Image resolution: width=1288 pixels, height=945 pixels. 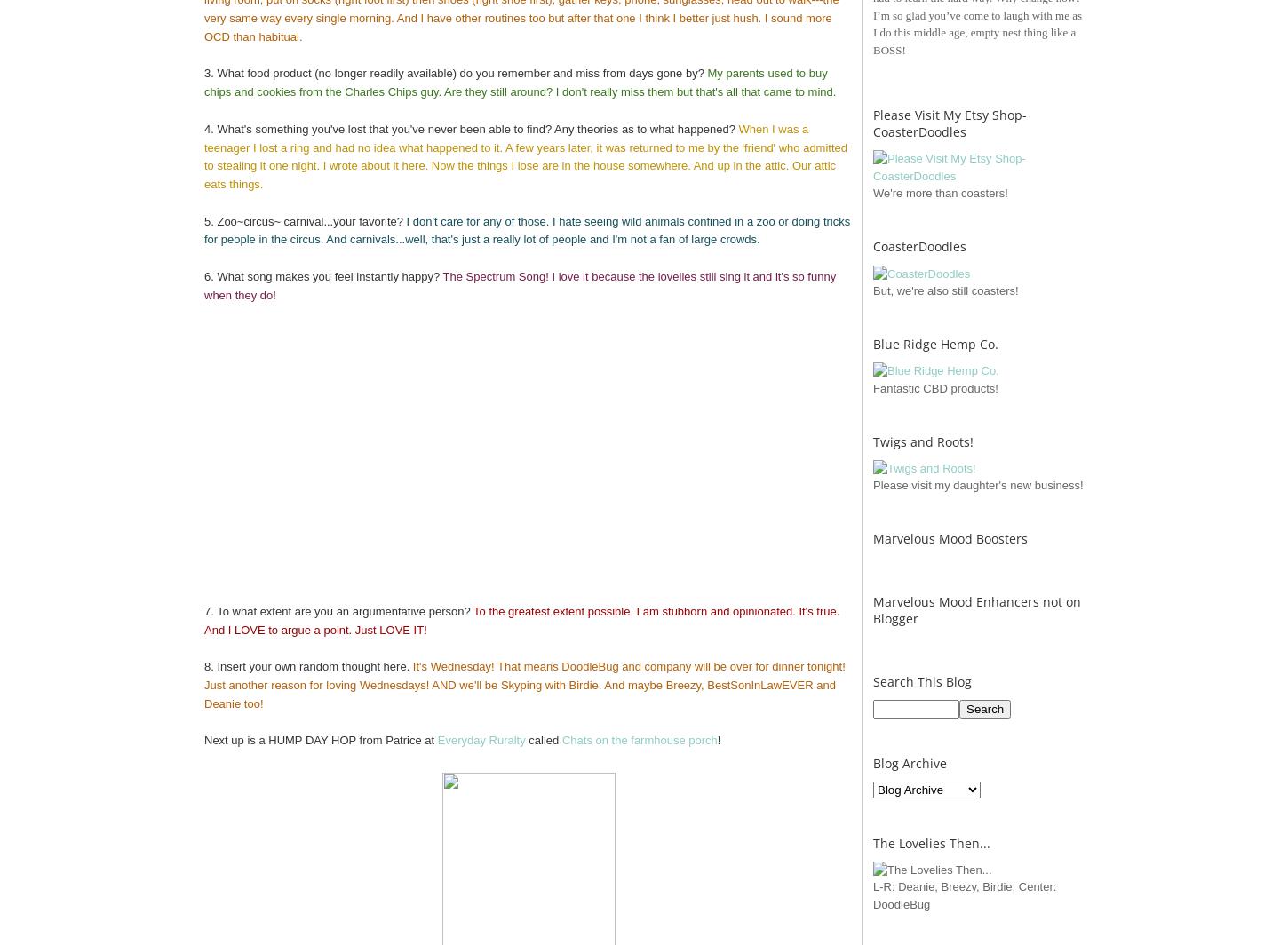 What do you see at coordinates (872, 441) in the screenshot?
I see `'Twigs and Roots!'` at bounding box center [872, 441].